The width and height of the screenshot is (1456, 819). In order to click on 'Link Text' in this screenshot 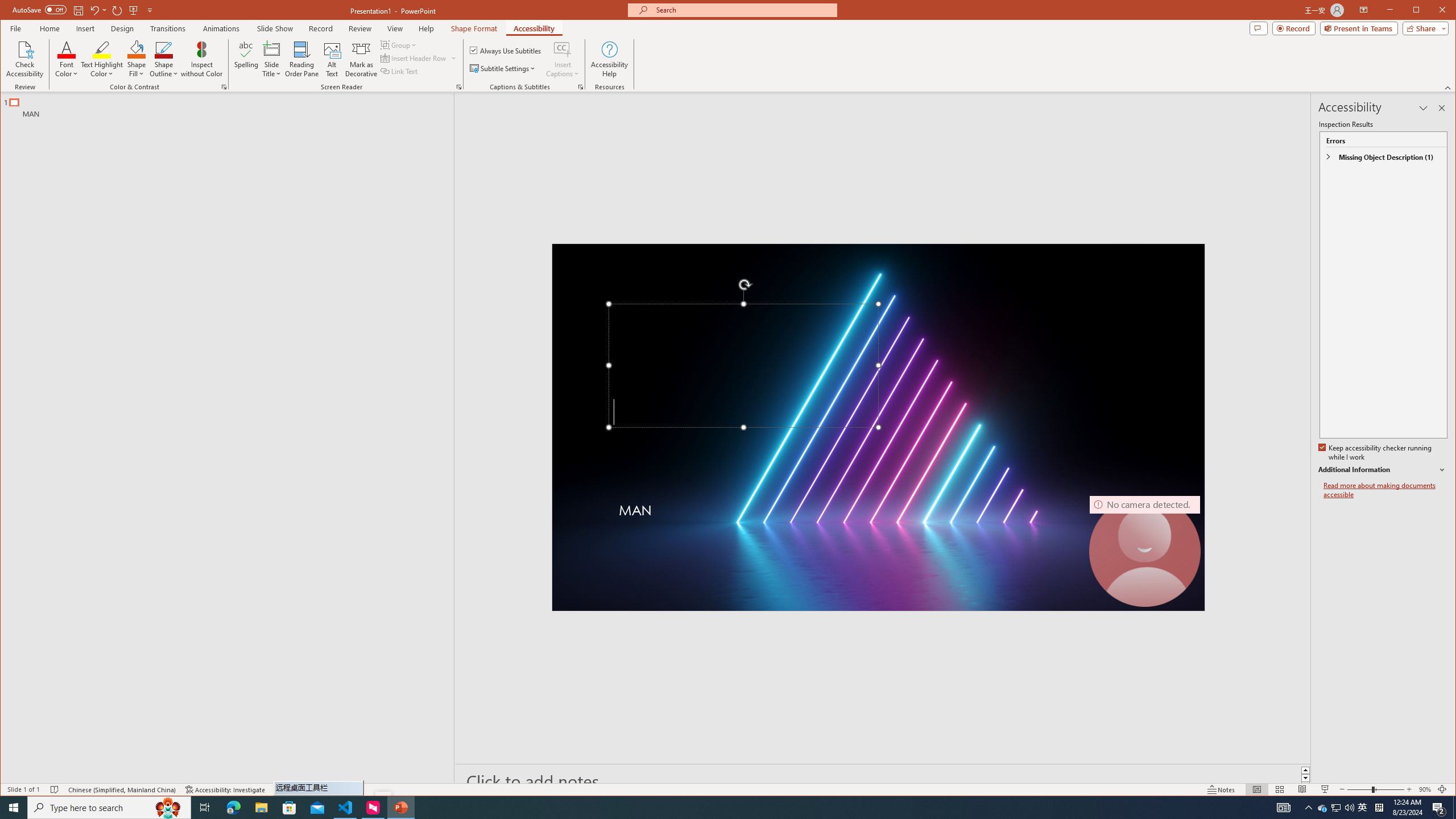, I will do `click(399, 71)`.